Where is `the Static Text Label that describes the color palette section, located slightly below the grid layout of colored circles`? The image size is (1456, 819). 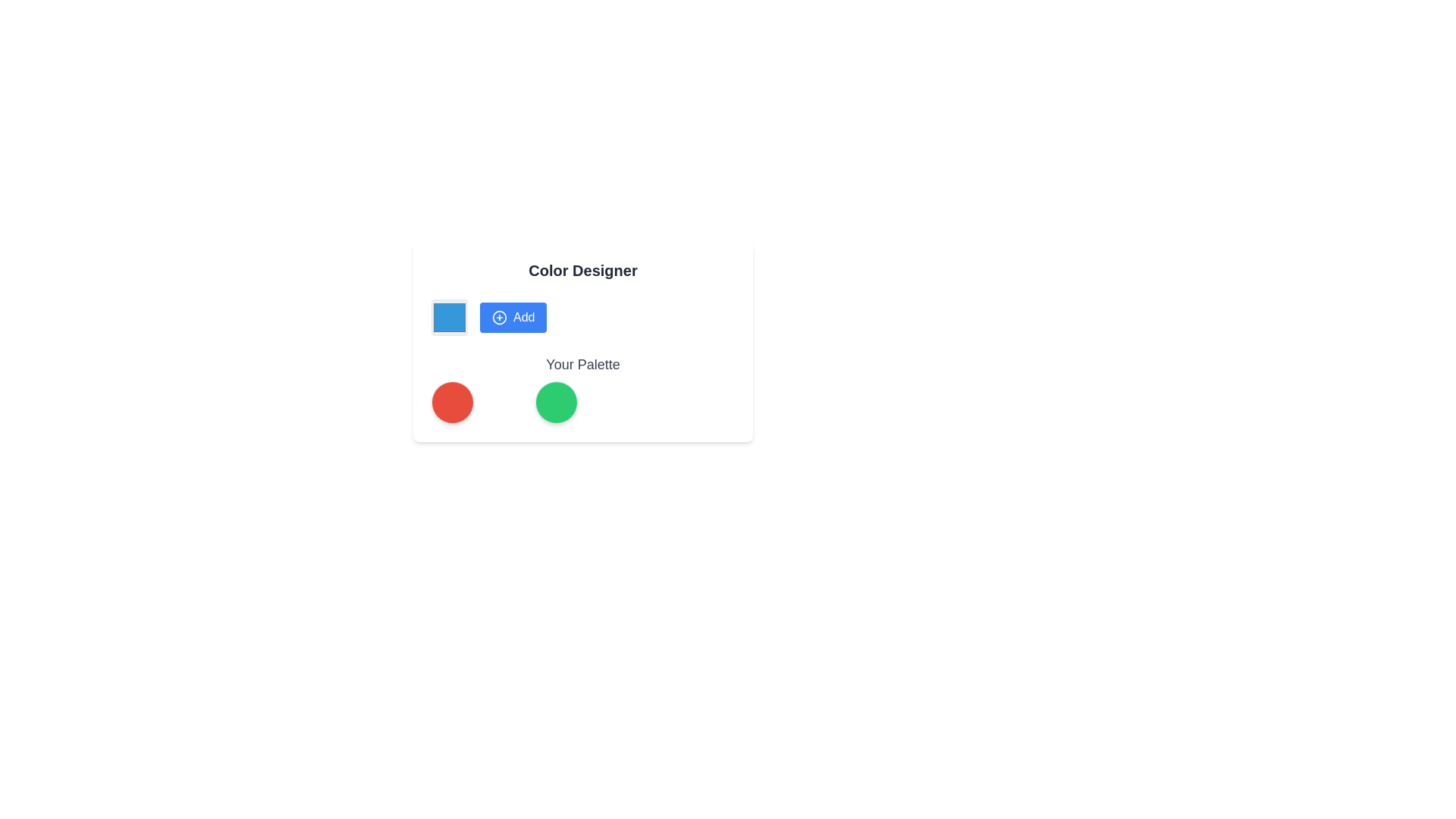
the Static Text Label that describes the color palette section, located slightly below the grid layout of colored circles is located at coordinates (582, 365).